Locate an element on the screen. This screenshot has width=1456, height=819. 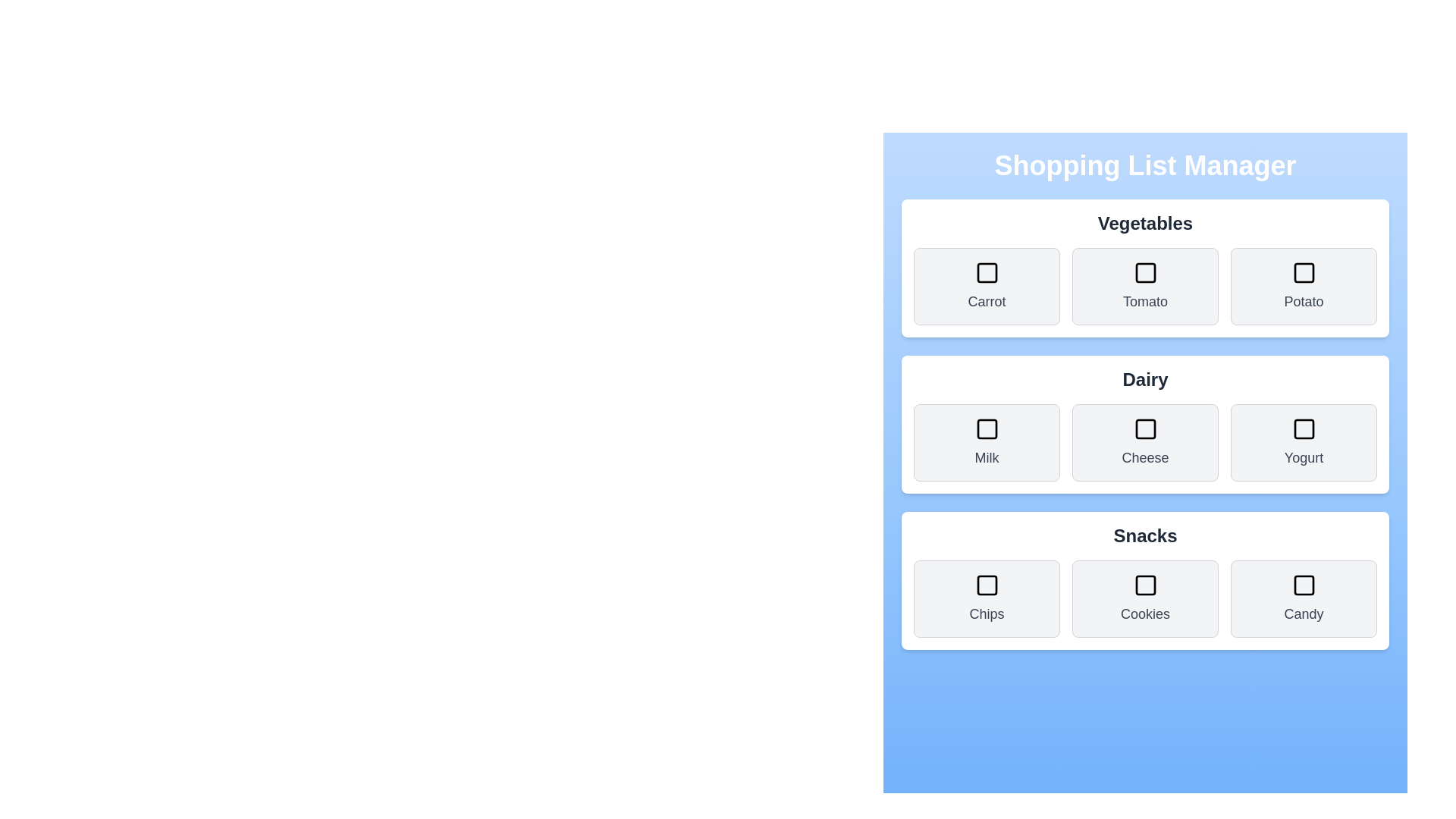
the item Chips to observe the hover effect is located at coordinates (987, 598).